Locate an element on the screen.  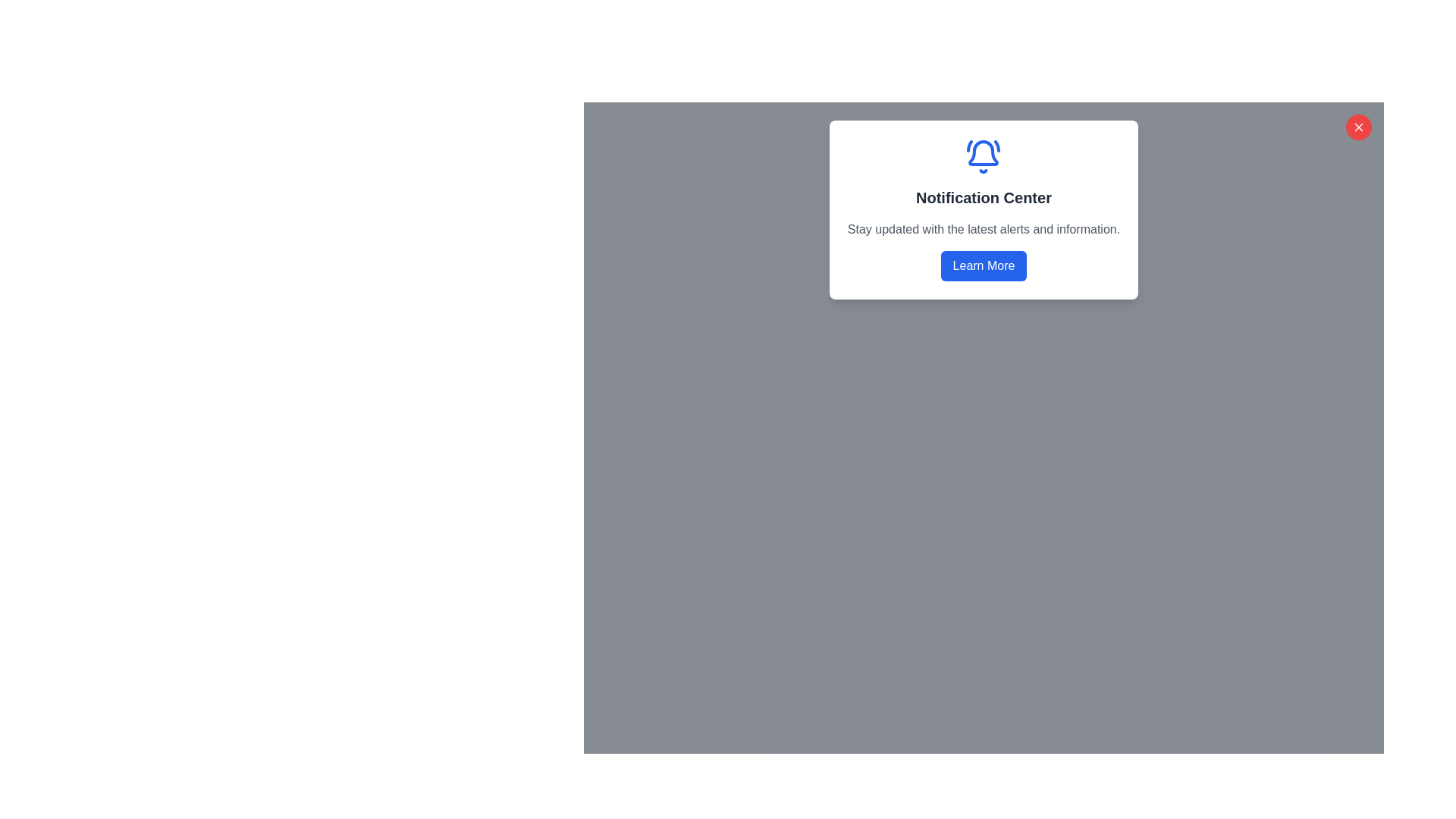
the close (x) button represented by a thin, sharp cross icon within a circular red button located at the top-right corner of the modal interface is located at coordinates (1358, 127).